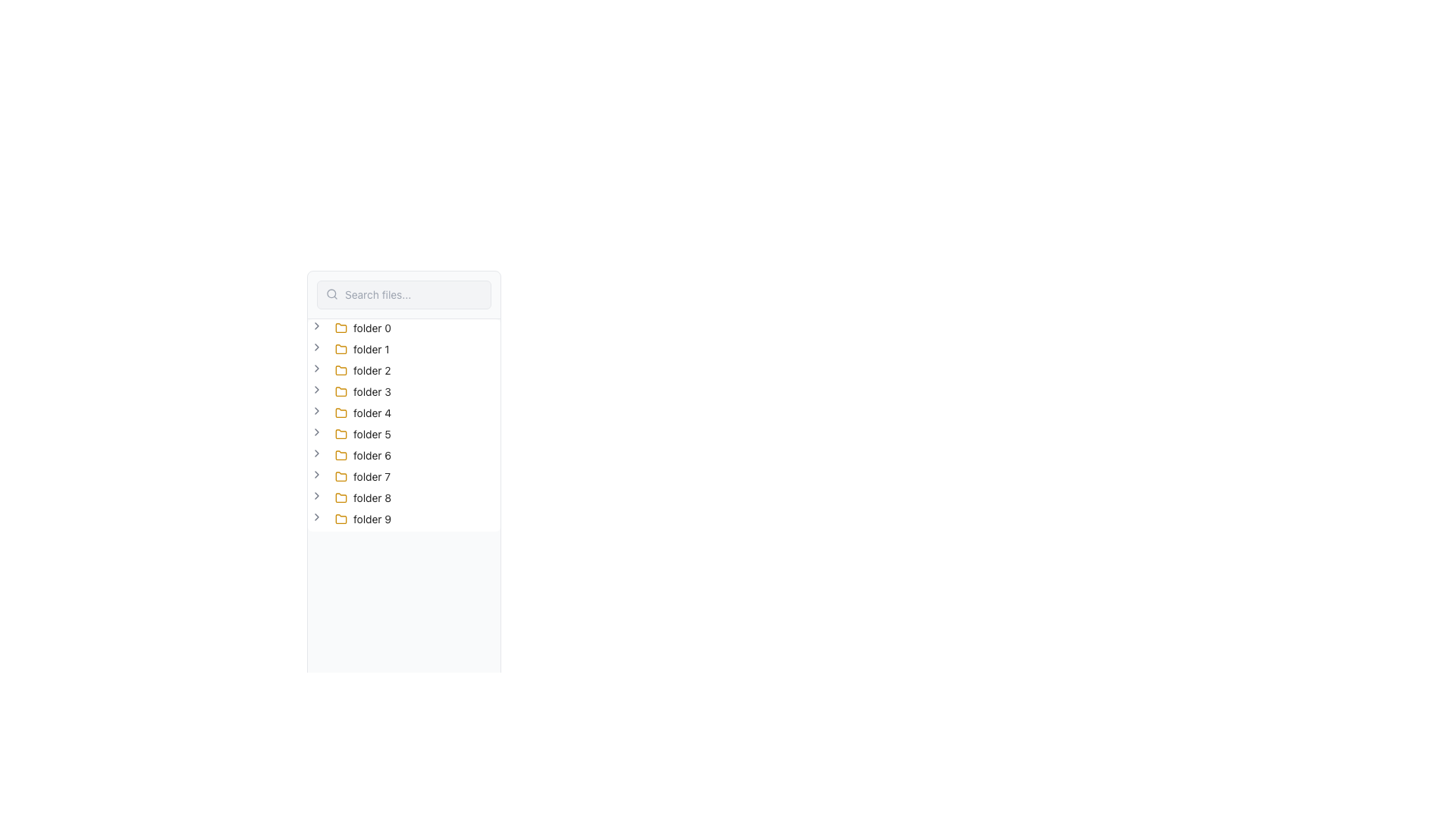 Image resolution: width=1456 pixels, height=819 pixels. What do you see at coordinates (340, 455) in the screenshot?
I see `the Folder icon, which is a yellow rectangular icon with a rounded top right corner, located beside the label 'folder 6' in the list` at bounding box center [340, 455].